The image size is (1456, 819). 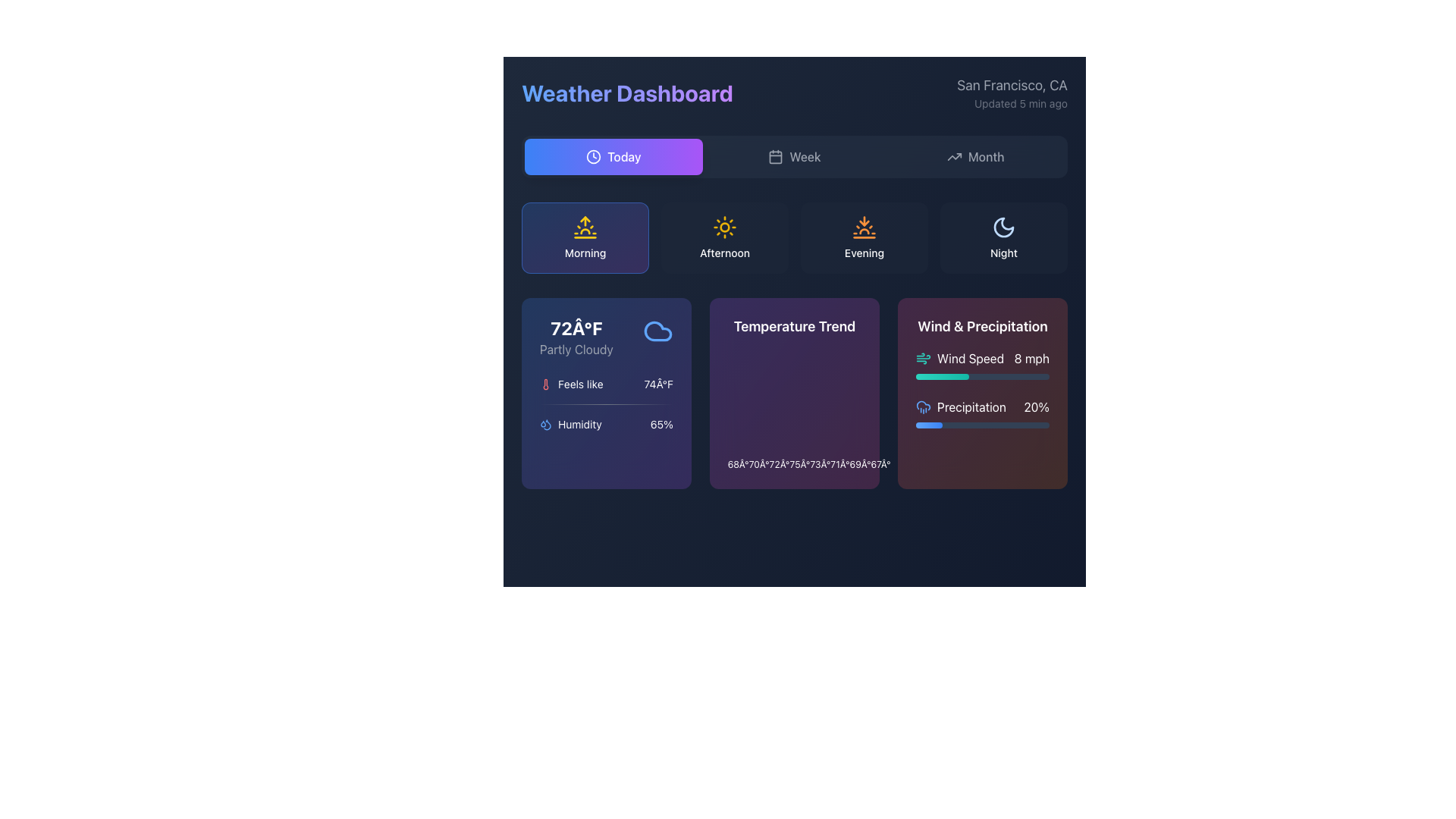 What do you see at coordinates (983, 388) in the screenshot?
I see `details for the wind speed and precipitation metrics displayed in the lower-right corner of the 'Wind & Precipitation' card, which includes the wind speed icon, label, and value as well as the precipitation icon, label, and value` at bounding box center [983, 388].